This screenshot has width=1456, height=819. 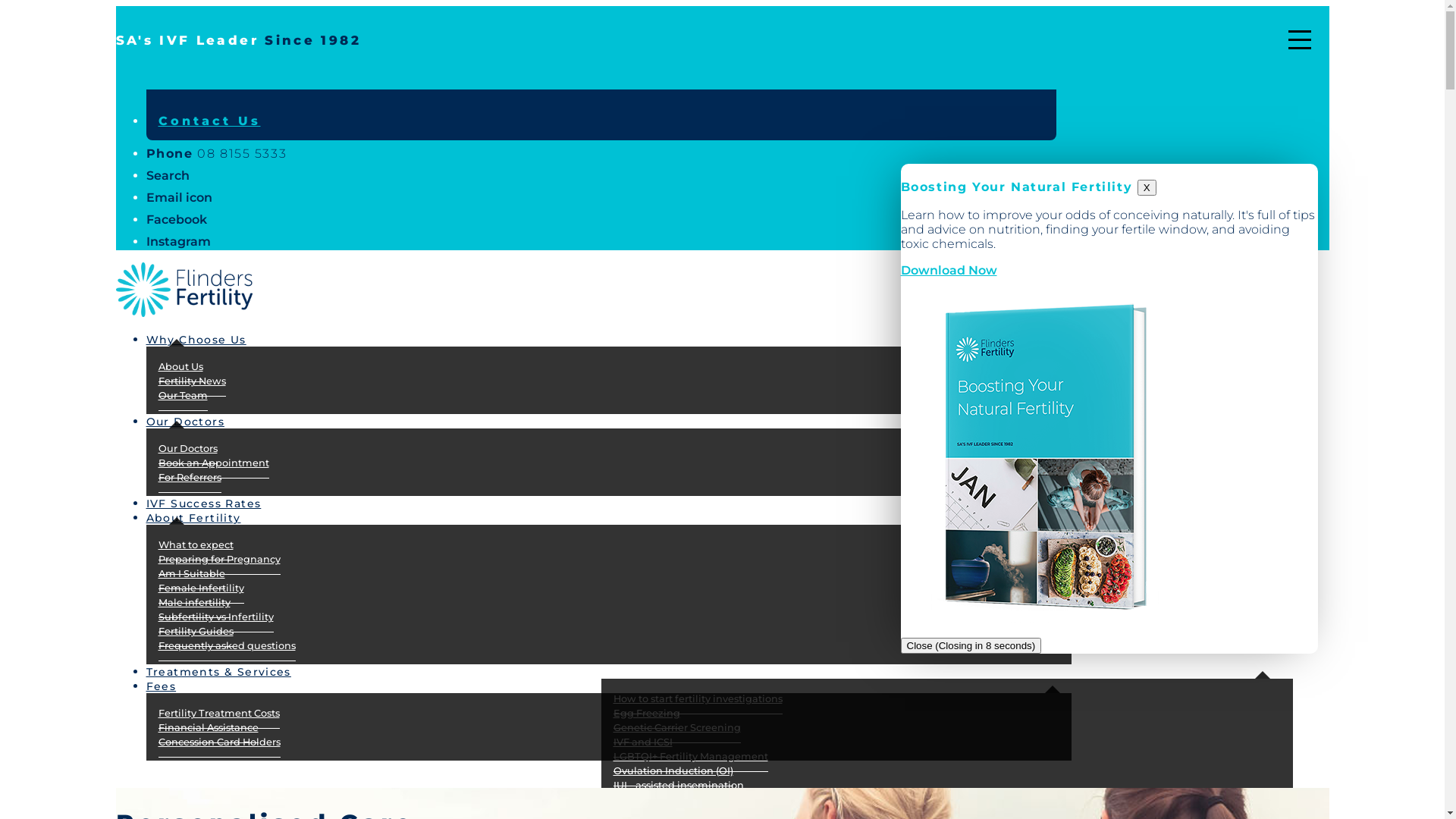 I want to click on 'Female Infertility', so click(x=157, y=587).